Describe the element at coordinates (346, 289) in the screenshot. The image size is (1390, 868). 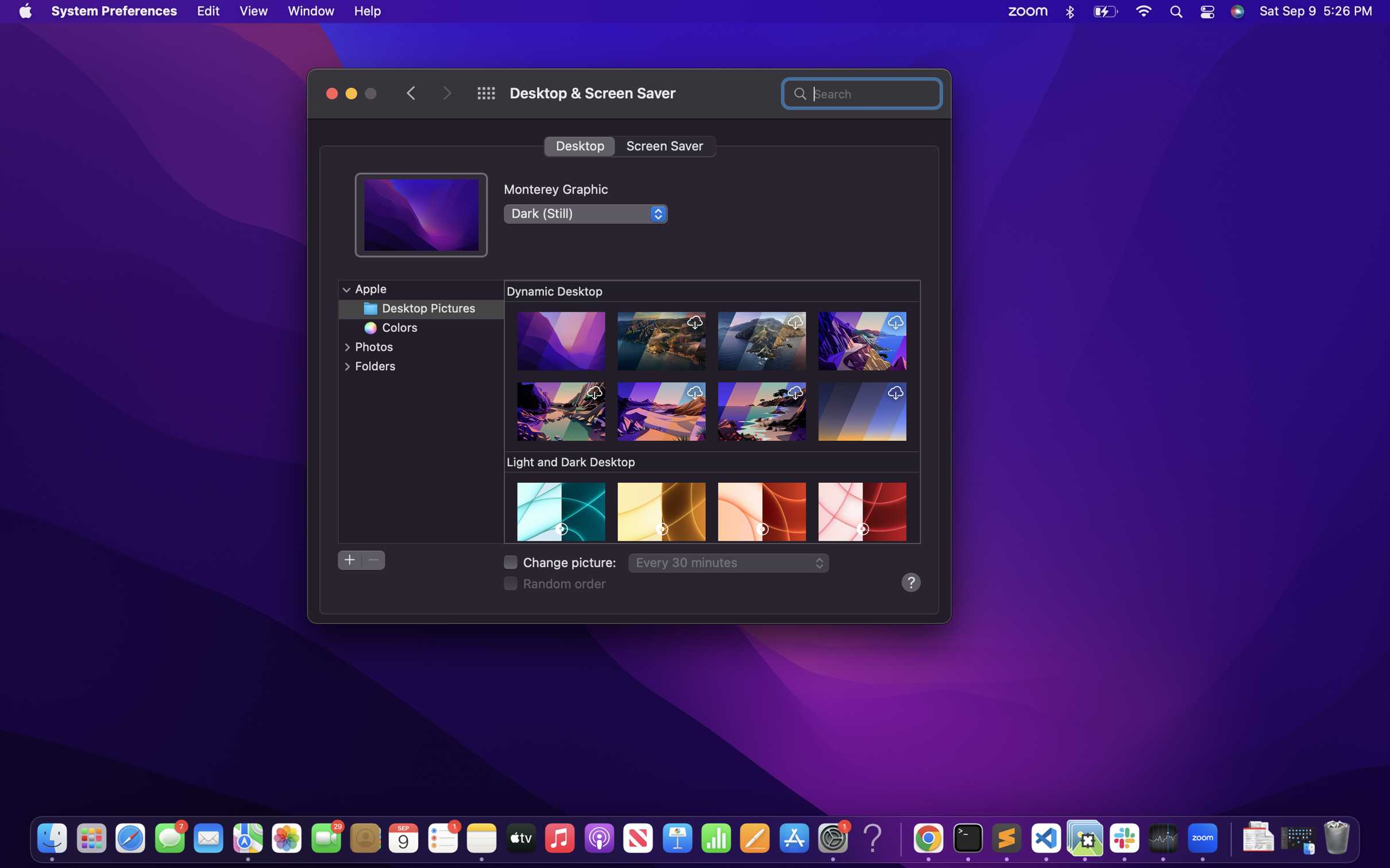
I see `the option panel` at that location.